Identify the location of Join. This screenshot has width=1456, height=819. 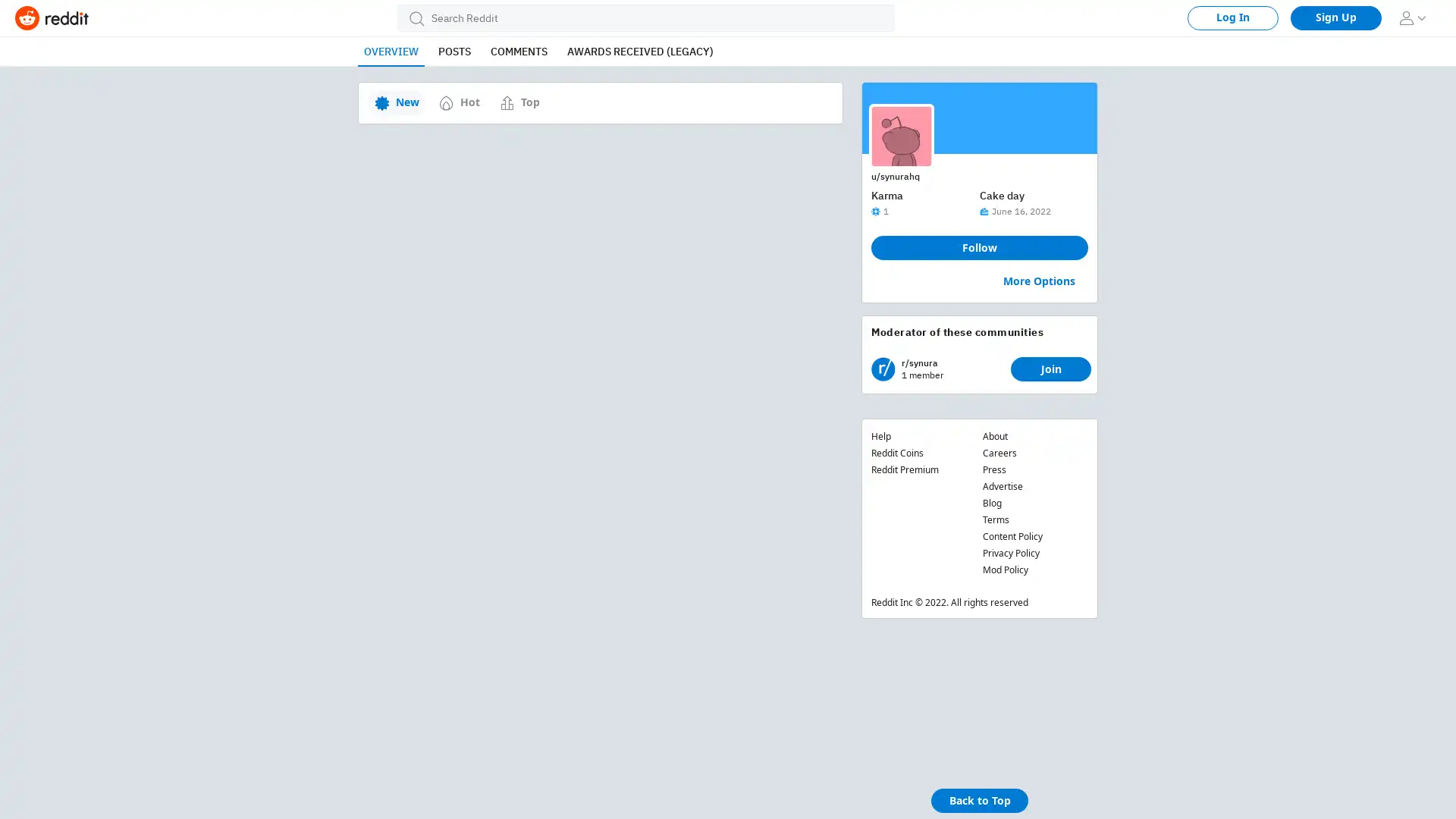
(1050, 369).